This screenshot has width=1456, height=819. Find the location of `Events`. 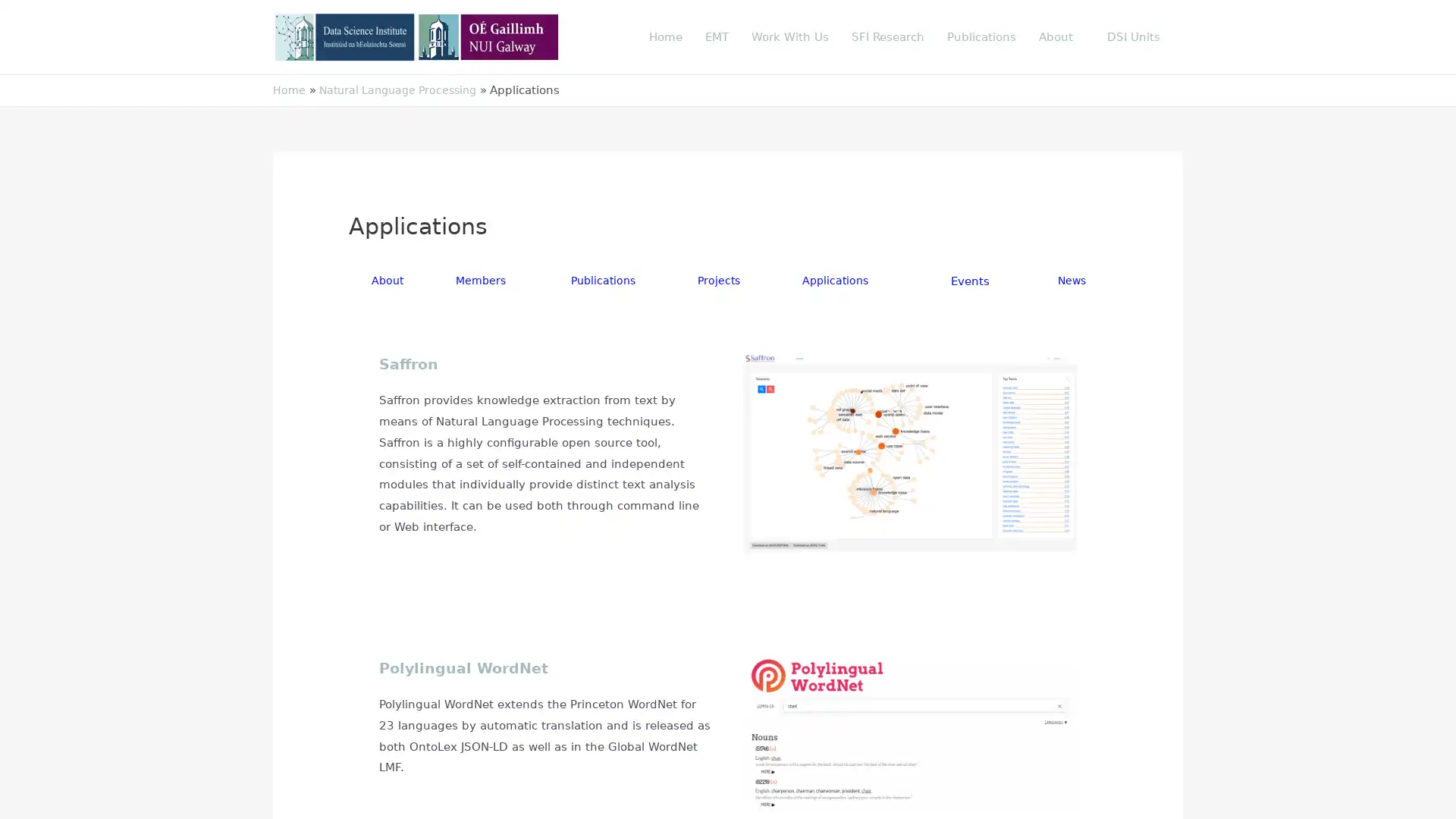

Events is located at coordinates (971, 281).